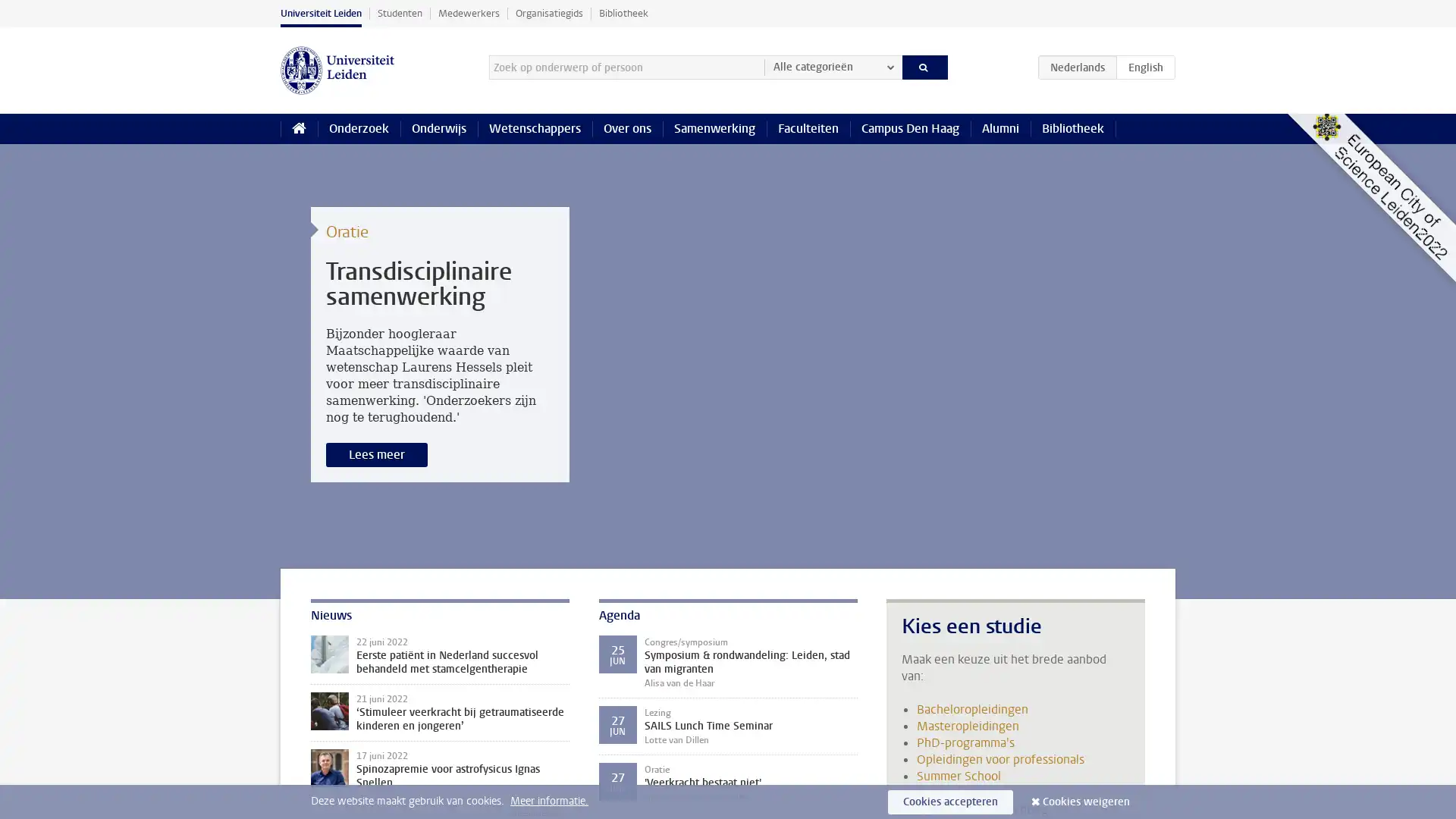 This screenshot has width=1456, height=819. What do you see at coordinates (1085, 801) in the screenshot?
I see `Cookies weigeren` at bounding box center [1085, 801].